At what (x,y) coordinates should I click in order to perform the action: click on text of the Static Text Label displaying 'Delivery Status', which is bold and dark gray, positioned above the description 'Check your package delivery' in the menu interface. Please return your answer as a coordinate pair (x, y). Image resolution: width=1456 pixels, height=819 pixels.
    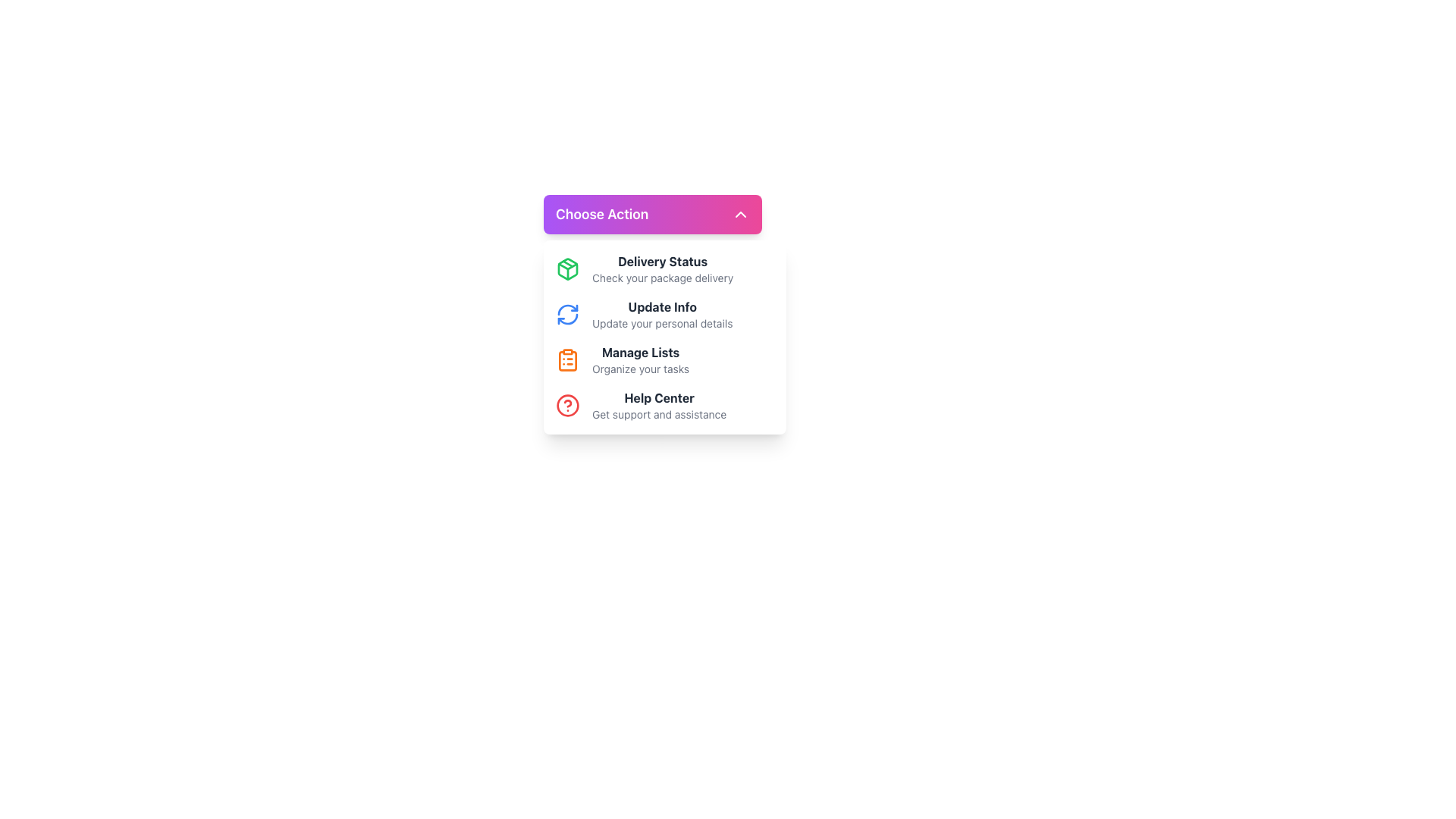
    Looking at the image, I should click on (663, 260).